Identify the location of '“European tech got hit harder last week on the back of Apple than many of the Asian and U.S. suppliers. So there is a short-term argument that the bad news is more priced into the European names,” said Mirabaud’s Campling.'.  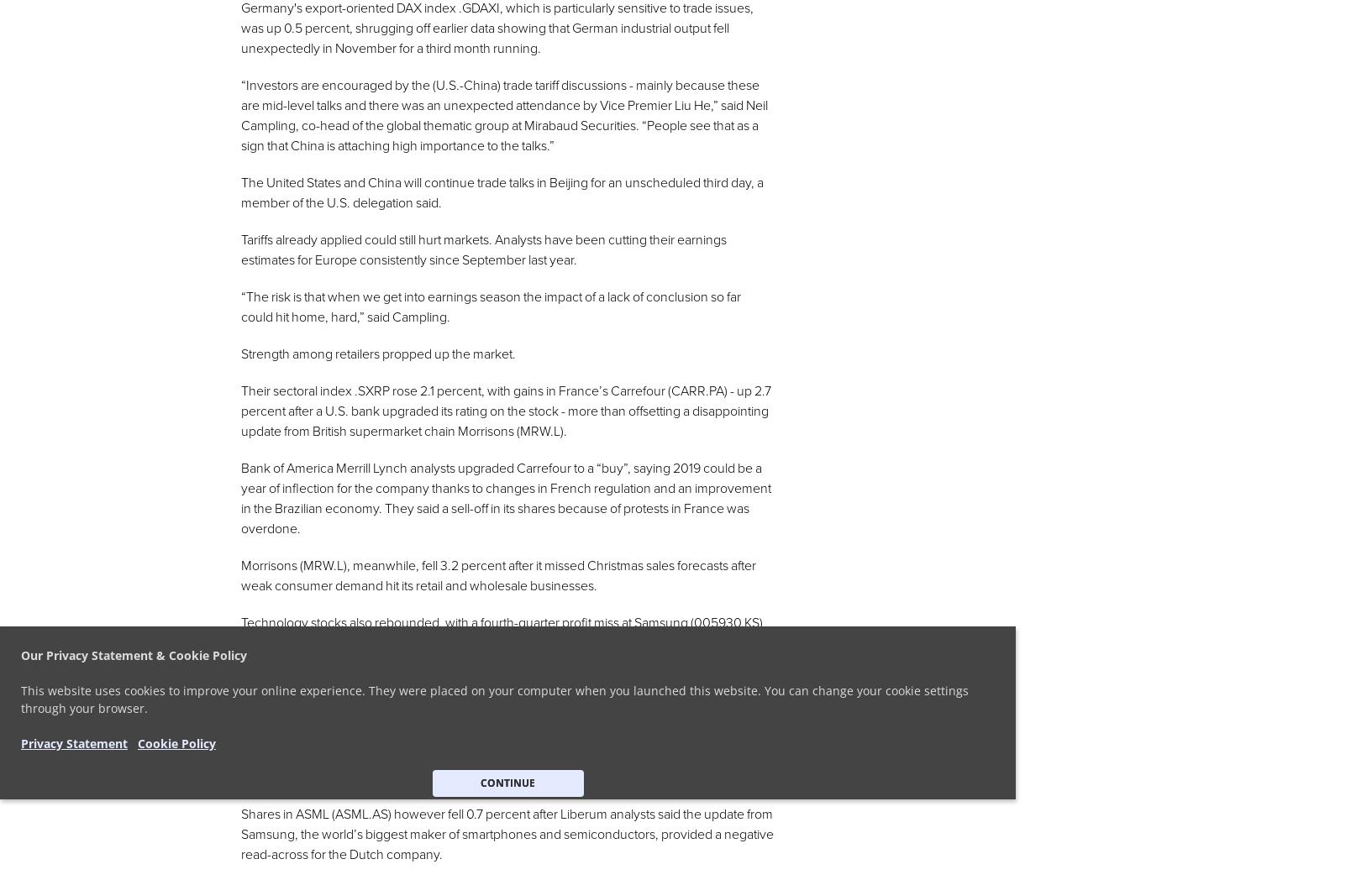
(507, 757).